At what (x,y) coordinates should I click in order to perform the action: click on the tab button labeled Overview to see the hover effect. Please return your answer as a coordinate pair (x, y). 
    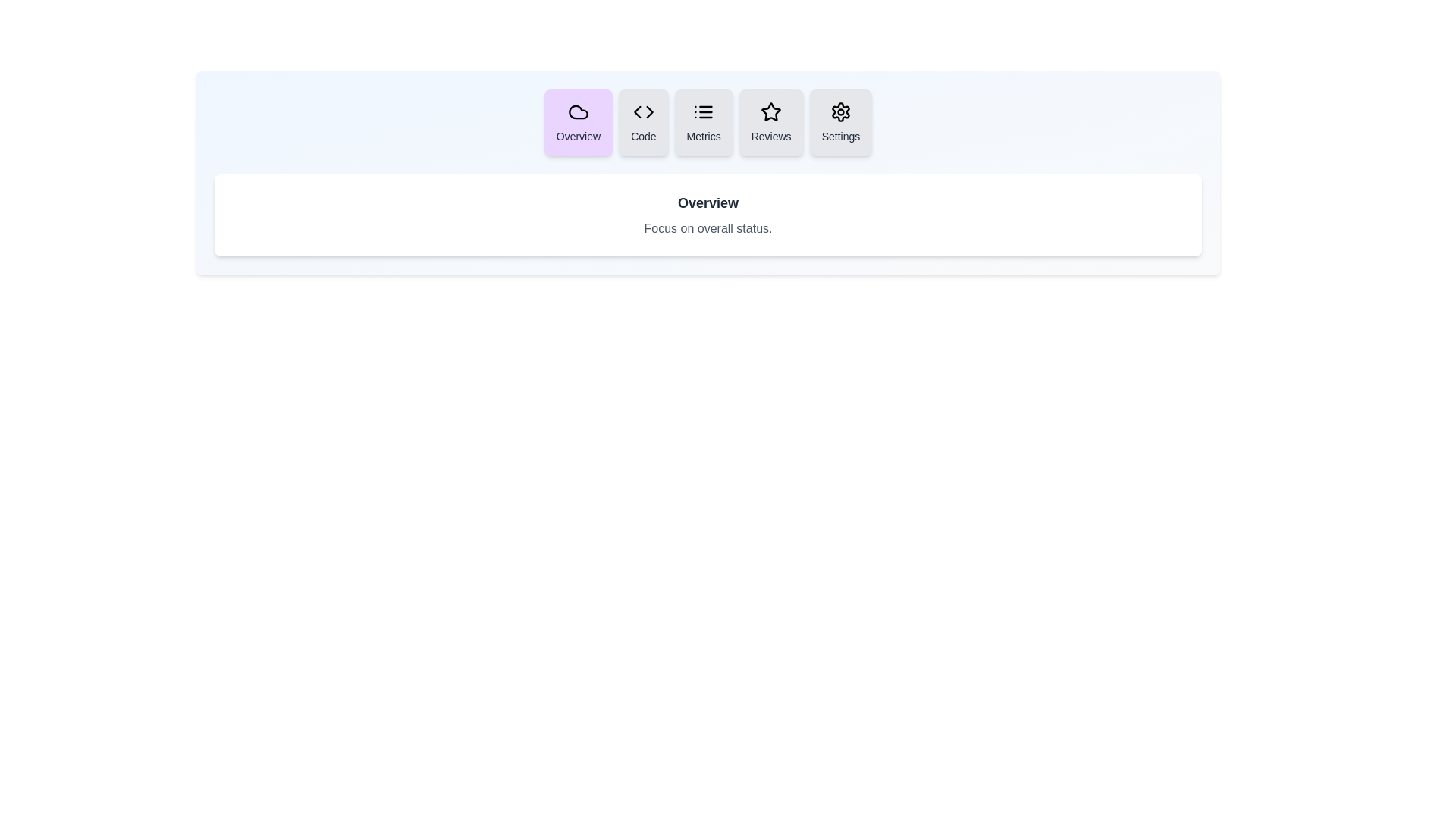
    Looking at the image, I should click on (578, 122).